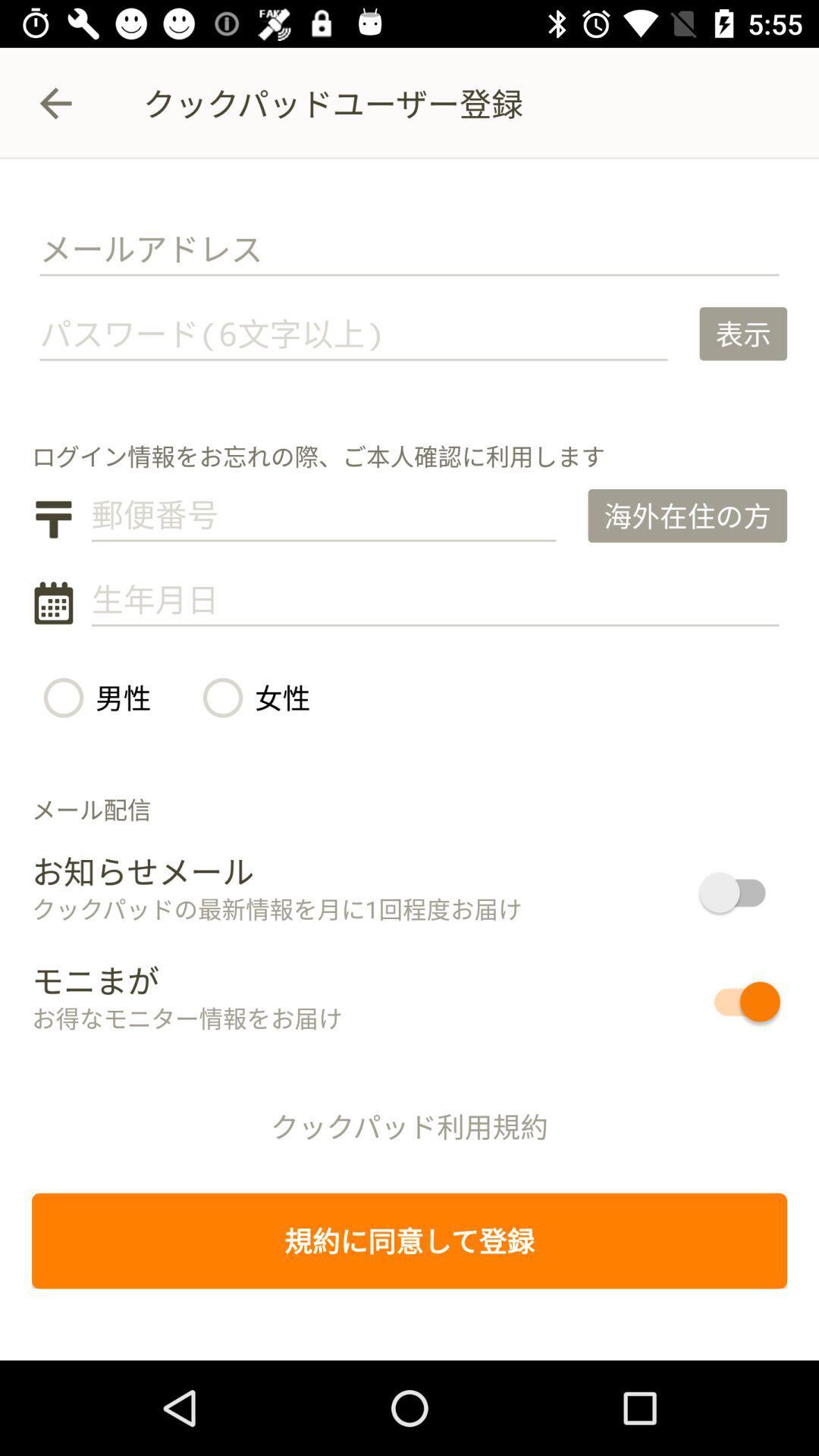  What do you see at coordinates (55, 102) in the screenshot?
I see `icon at the top left corner` at bounding box center [55, 102].